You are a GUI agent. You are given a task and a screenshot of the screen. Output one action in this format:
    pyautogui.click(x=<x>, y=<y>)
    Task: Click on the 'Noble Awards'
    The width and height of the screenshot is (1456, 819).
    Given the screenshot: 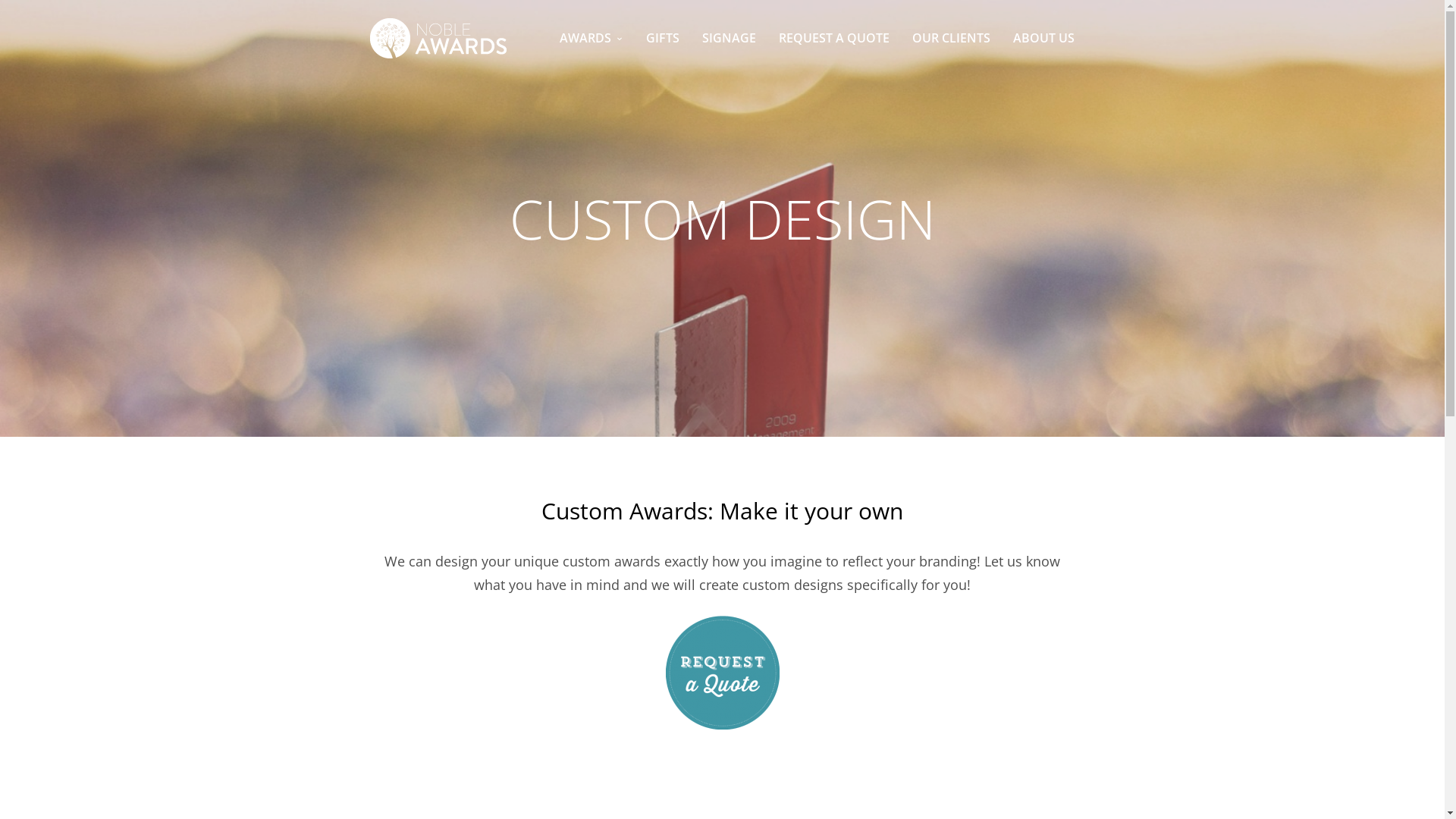 What is the action you would take?
    pyautogui.click(x=437, y=37)
    